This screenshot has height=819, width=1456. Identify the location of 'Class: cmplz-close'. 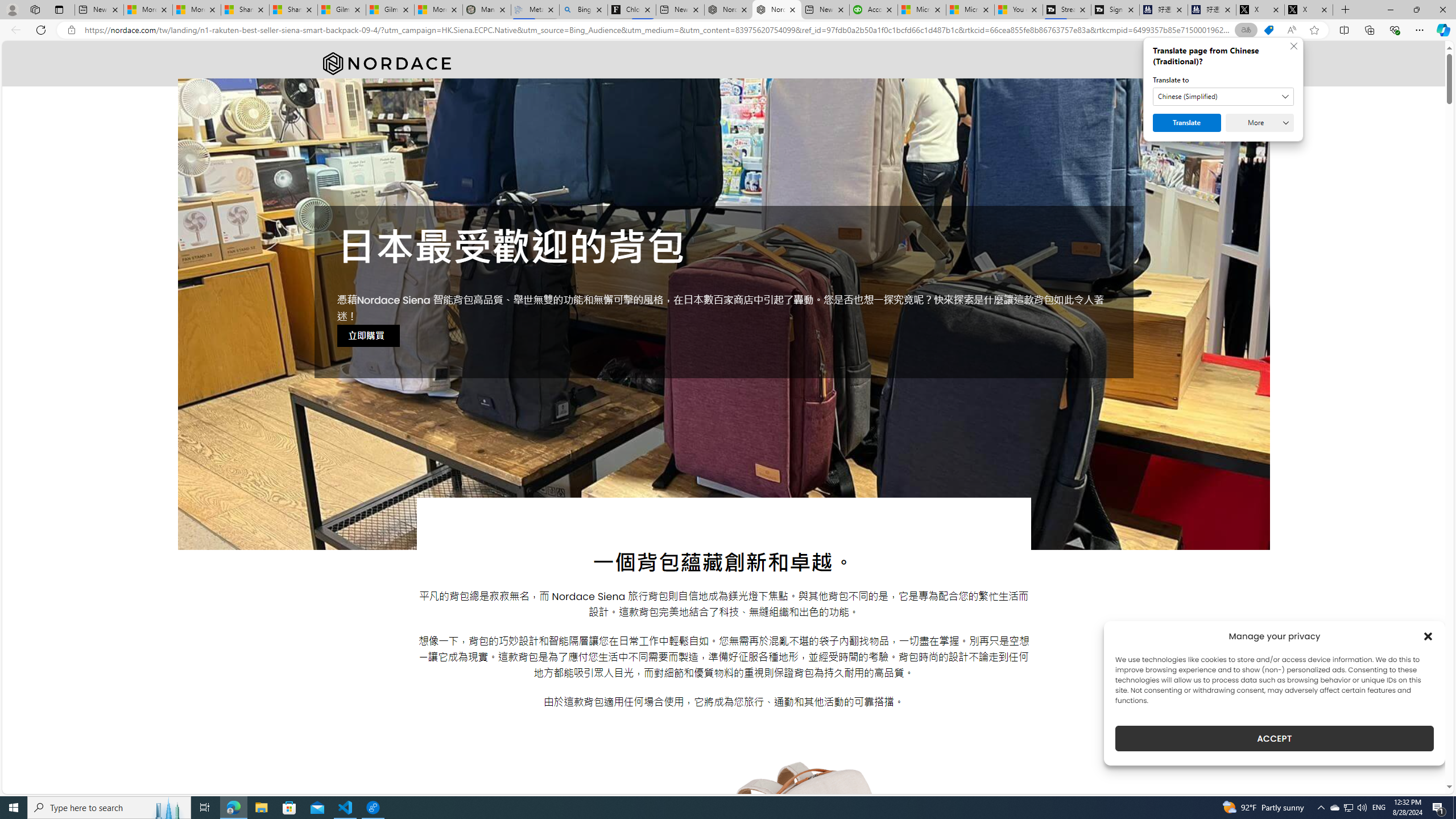
(1428, 636).